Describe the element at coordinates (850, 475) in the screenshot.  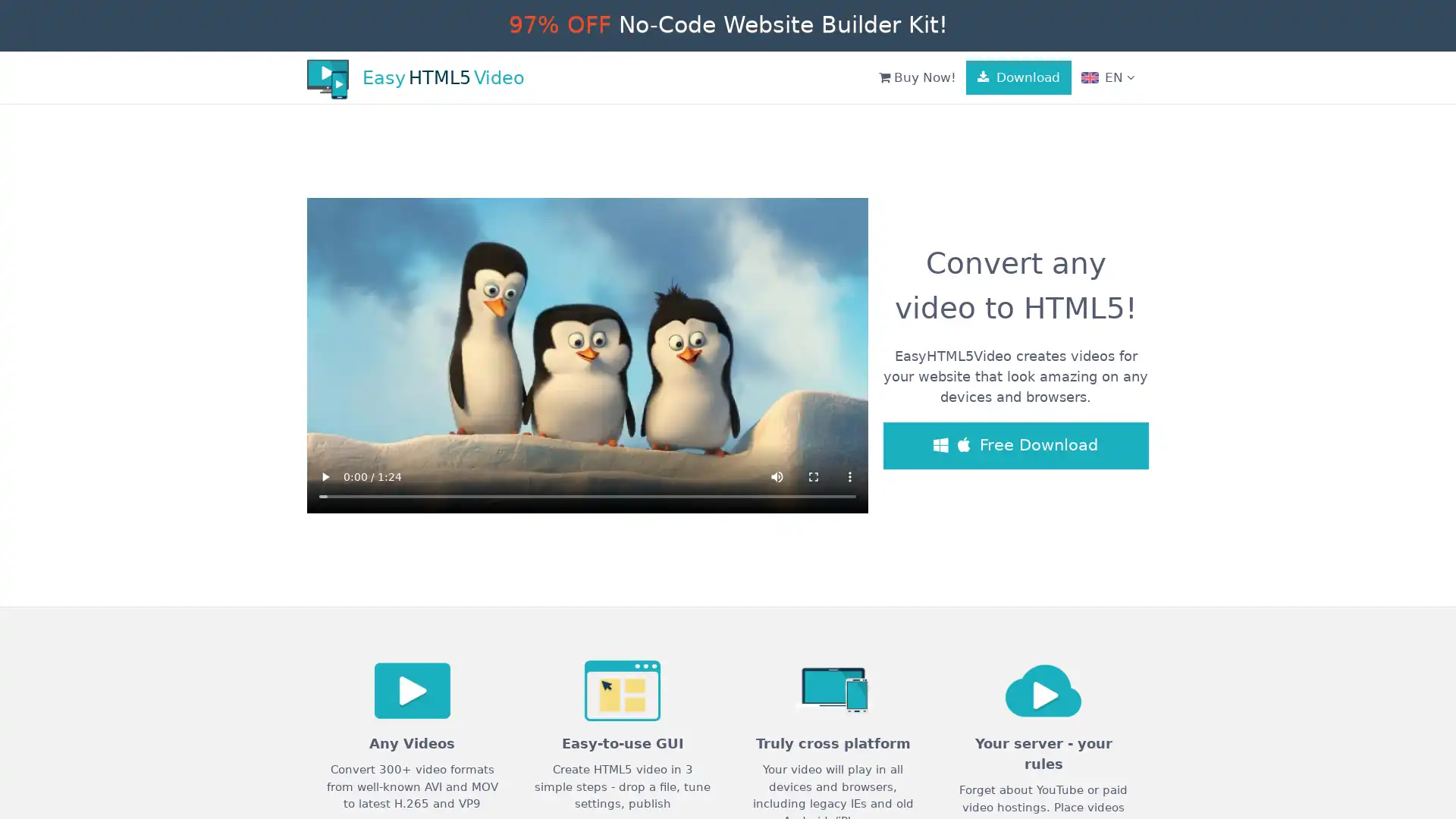
I see `show more media controls` at that location.